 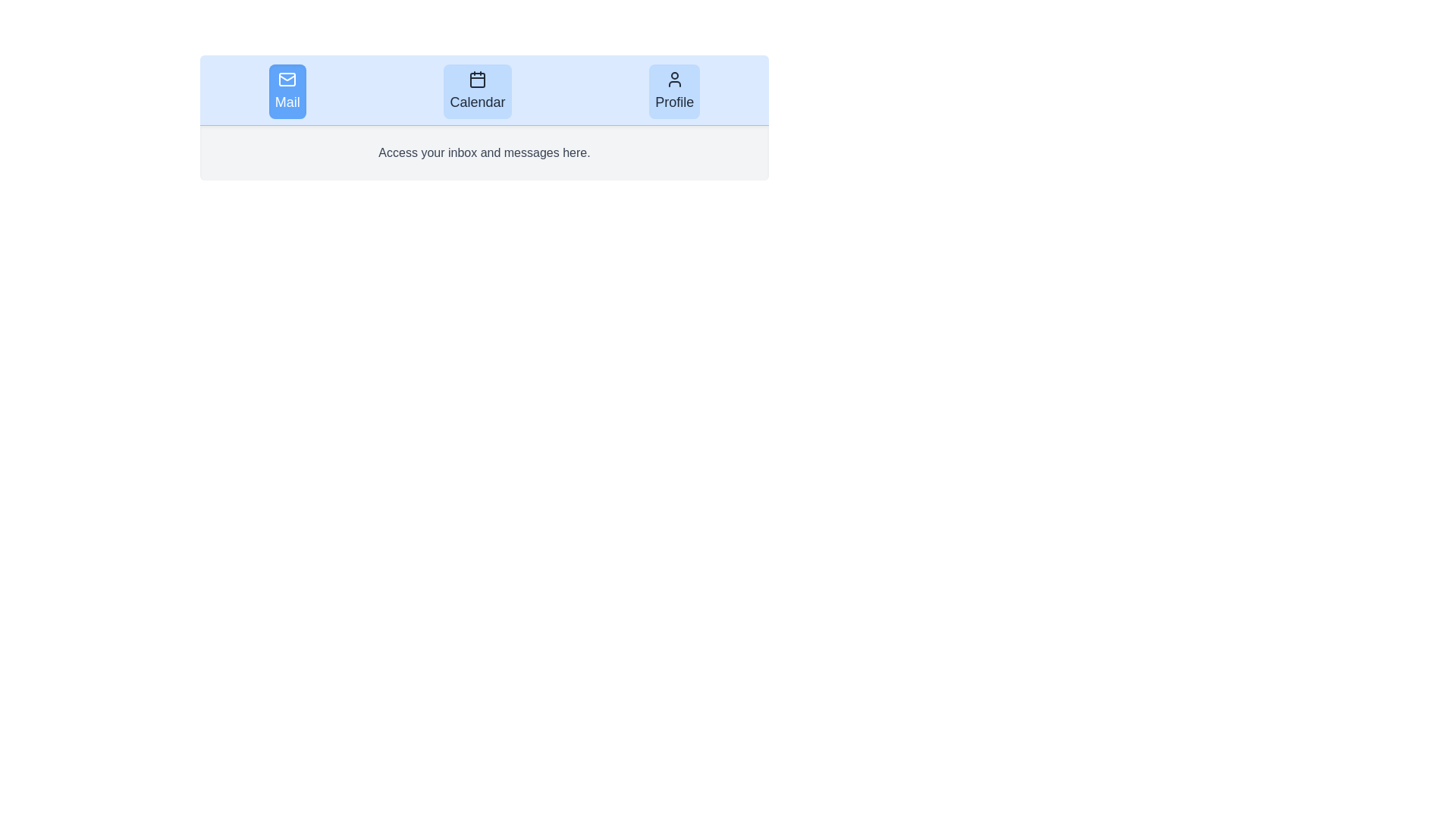 I want to click on the tab corresponding to Mail to view its content, so click(x=287, y=91).